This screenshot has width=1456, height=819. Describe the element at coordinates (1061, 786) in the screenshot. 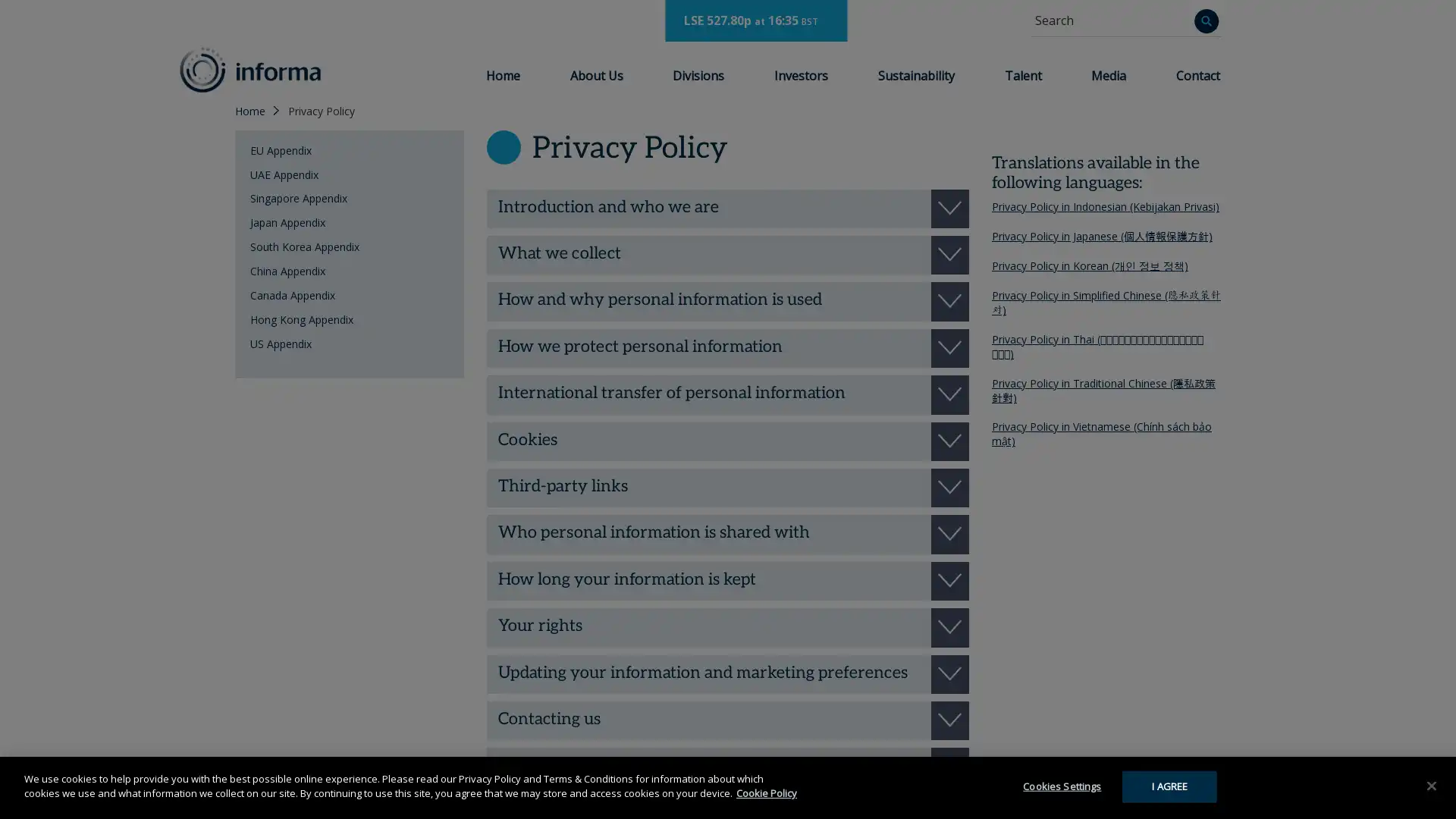

I see `Cookies Settings` at that location.